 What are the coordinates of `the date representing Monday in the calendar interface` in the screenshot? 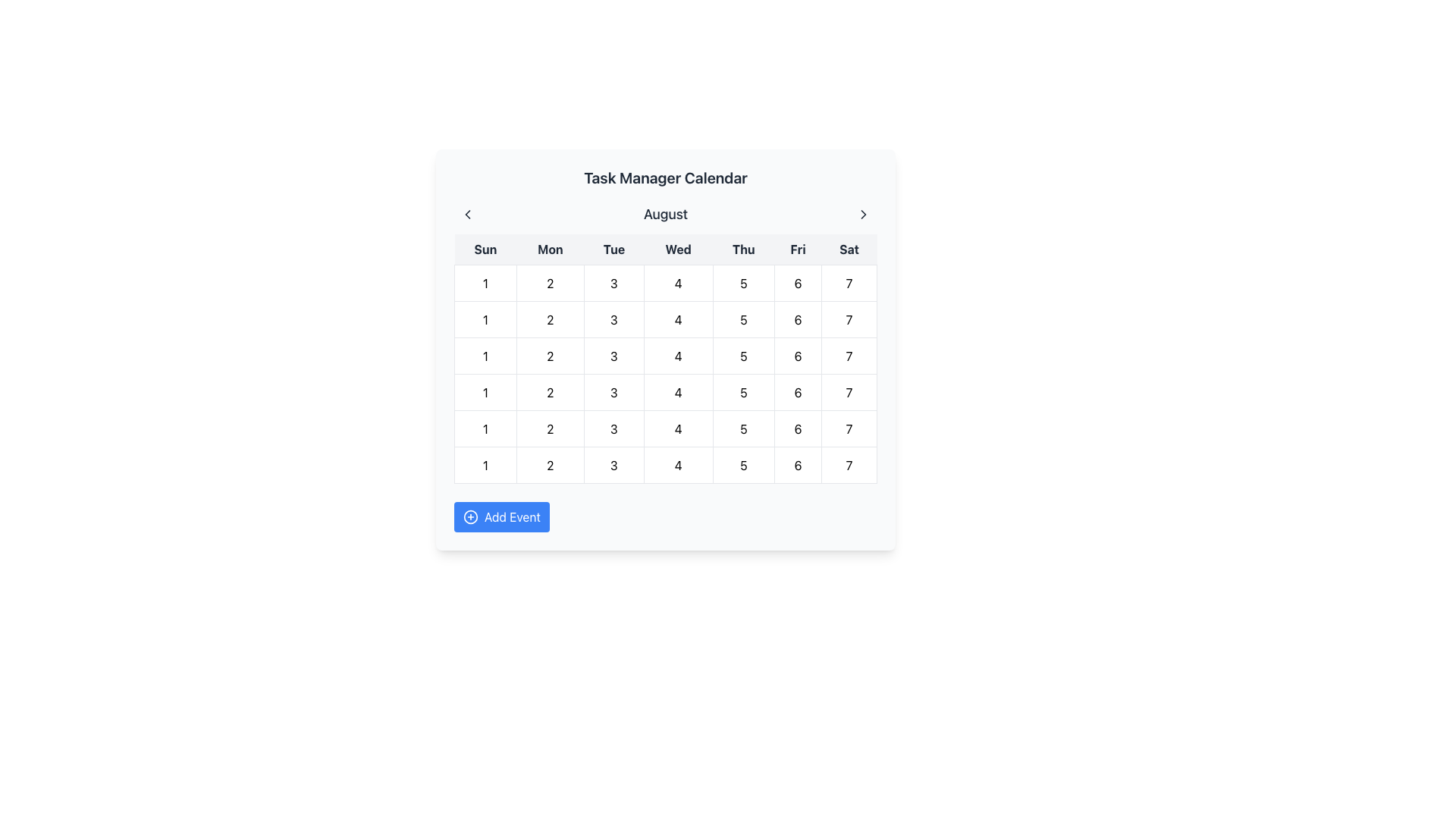 It's located at (549, 283).